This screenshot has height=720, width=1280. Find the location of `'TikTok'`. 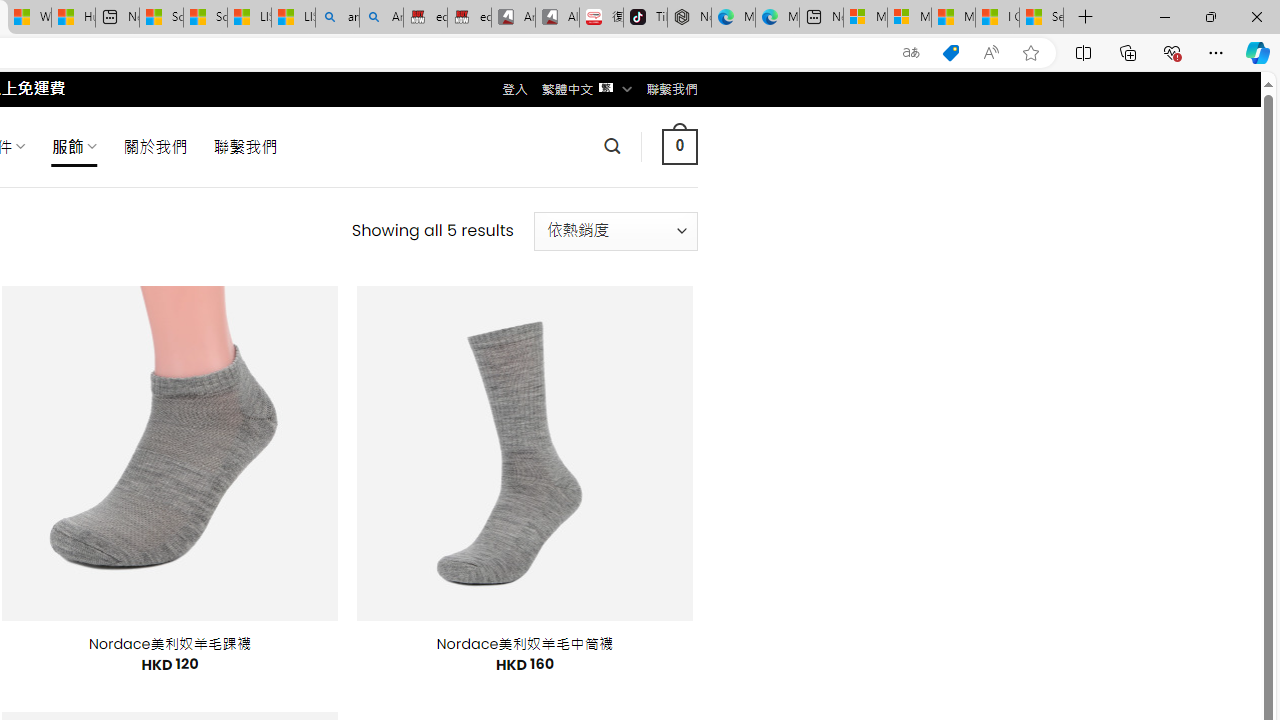

'TikTok' is located at coordinates (645, 17).